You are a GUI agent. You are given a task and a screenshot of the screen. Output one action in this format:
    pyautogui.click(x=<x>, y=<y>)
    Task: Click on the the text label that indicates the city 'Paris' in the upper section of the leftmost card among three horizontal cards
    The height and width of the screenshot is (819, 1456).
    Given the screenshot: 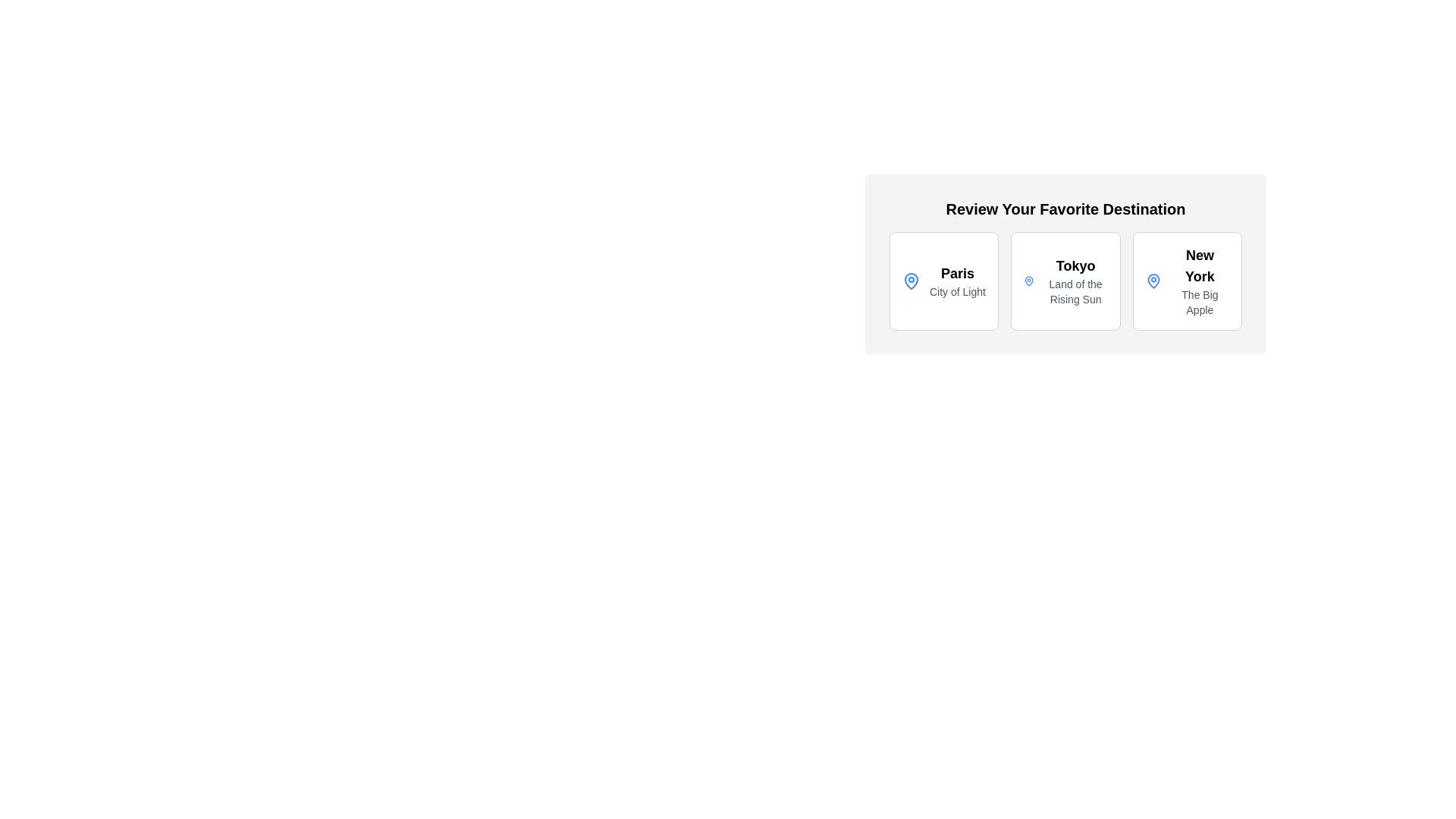 What is the action you would take?
    pyautogui.click(x=956, y=274)
    